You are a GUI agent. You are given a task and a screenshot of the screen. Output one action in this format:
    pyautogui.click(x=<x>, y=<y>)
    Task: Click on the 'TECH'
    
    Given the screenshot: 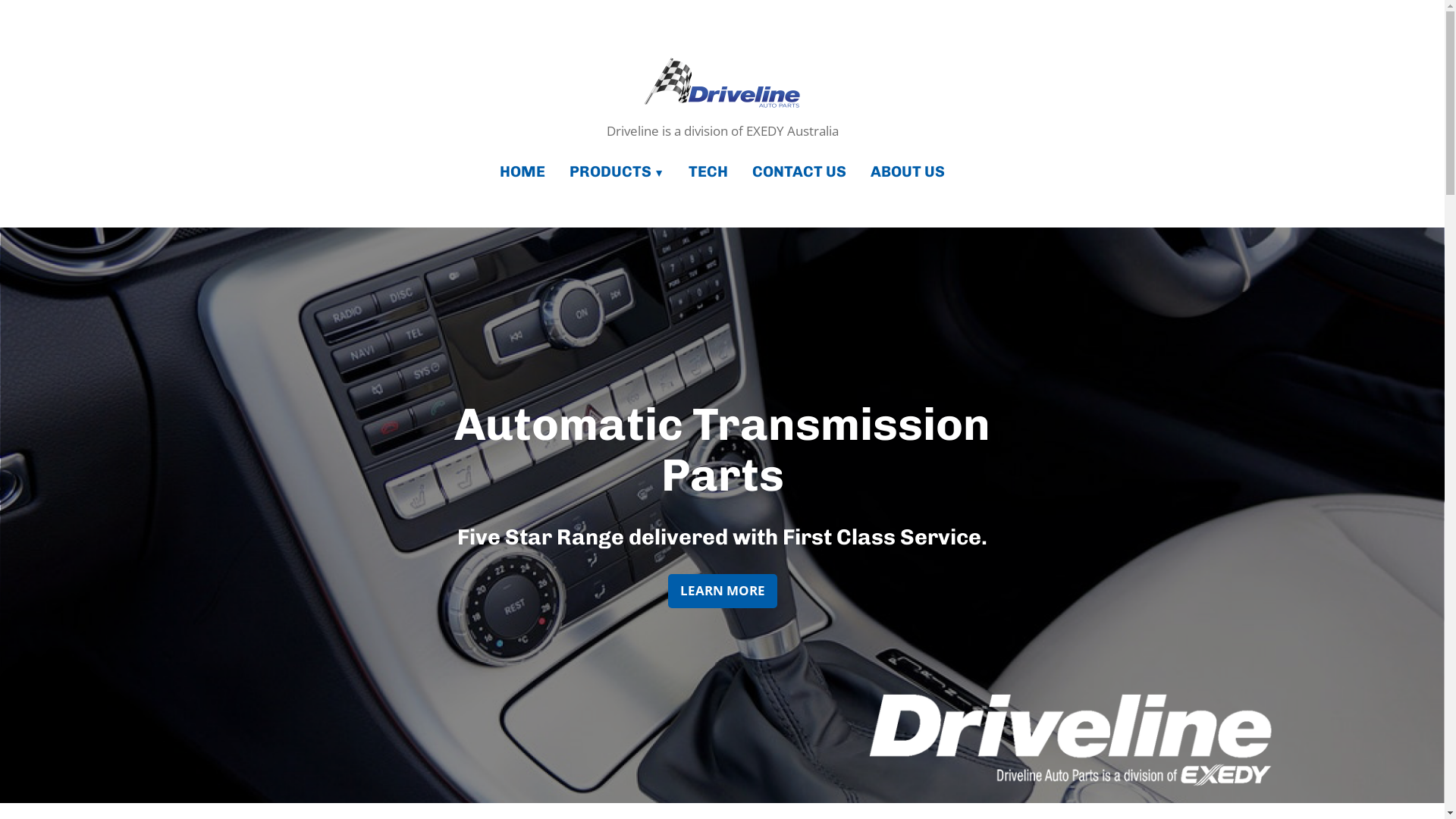 What is the action you would take?
    pyautogui.click(x=708, y=171)
    